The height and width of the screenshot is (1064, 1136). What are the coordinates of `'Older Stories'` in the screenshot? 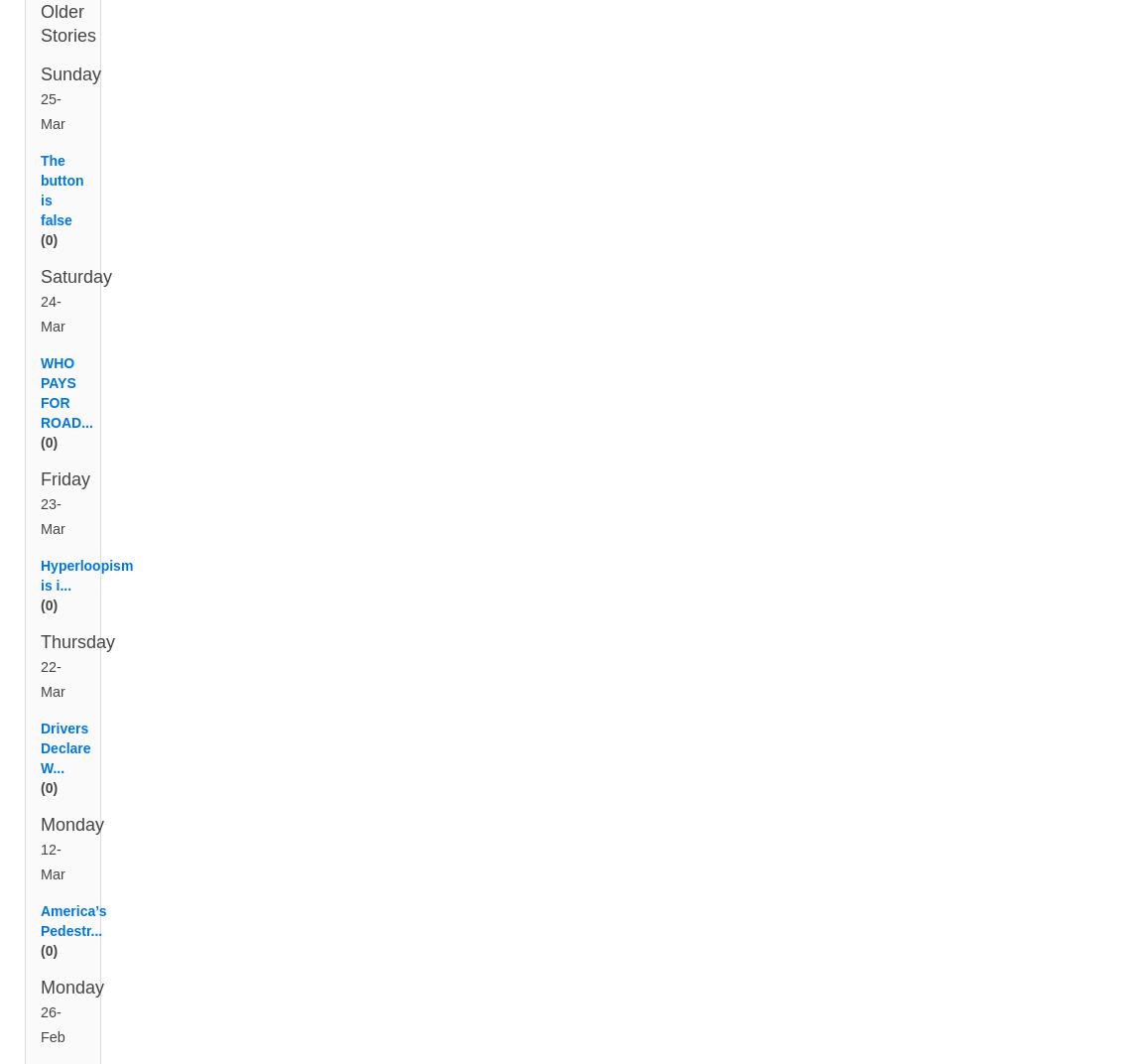 It's located at (40, 47).